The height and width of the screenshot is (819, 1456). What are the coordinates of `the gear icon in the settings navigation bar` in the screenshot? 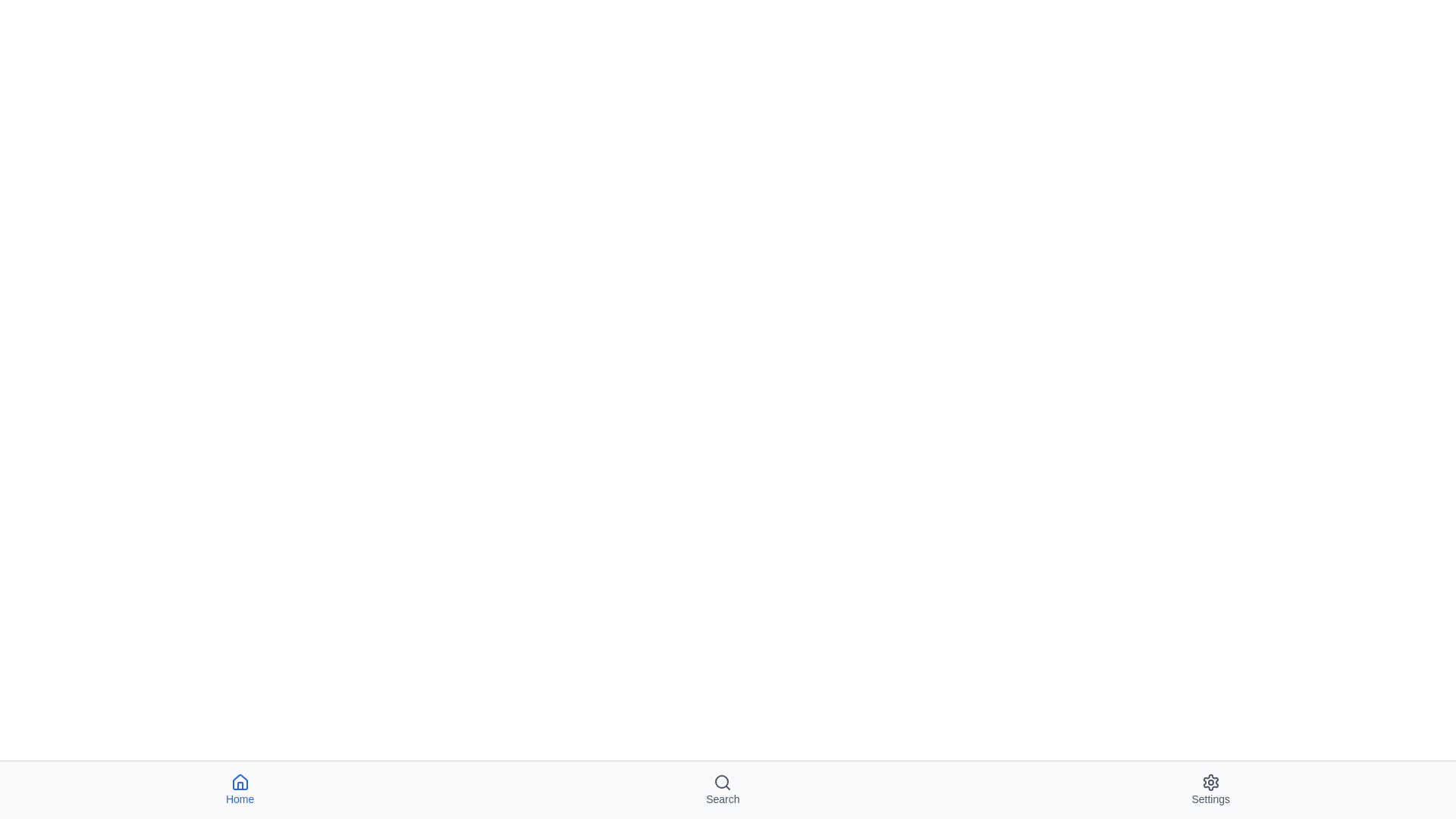 It's located at (1210, 783).